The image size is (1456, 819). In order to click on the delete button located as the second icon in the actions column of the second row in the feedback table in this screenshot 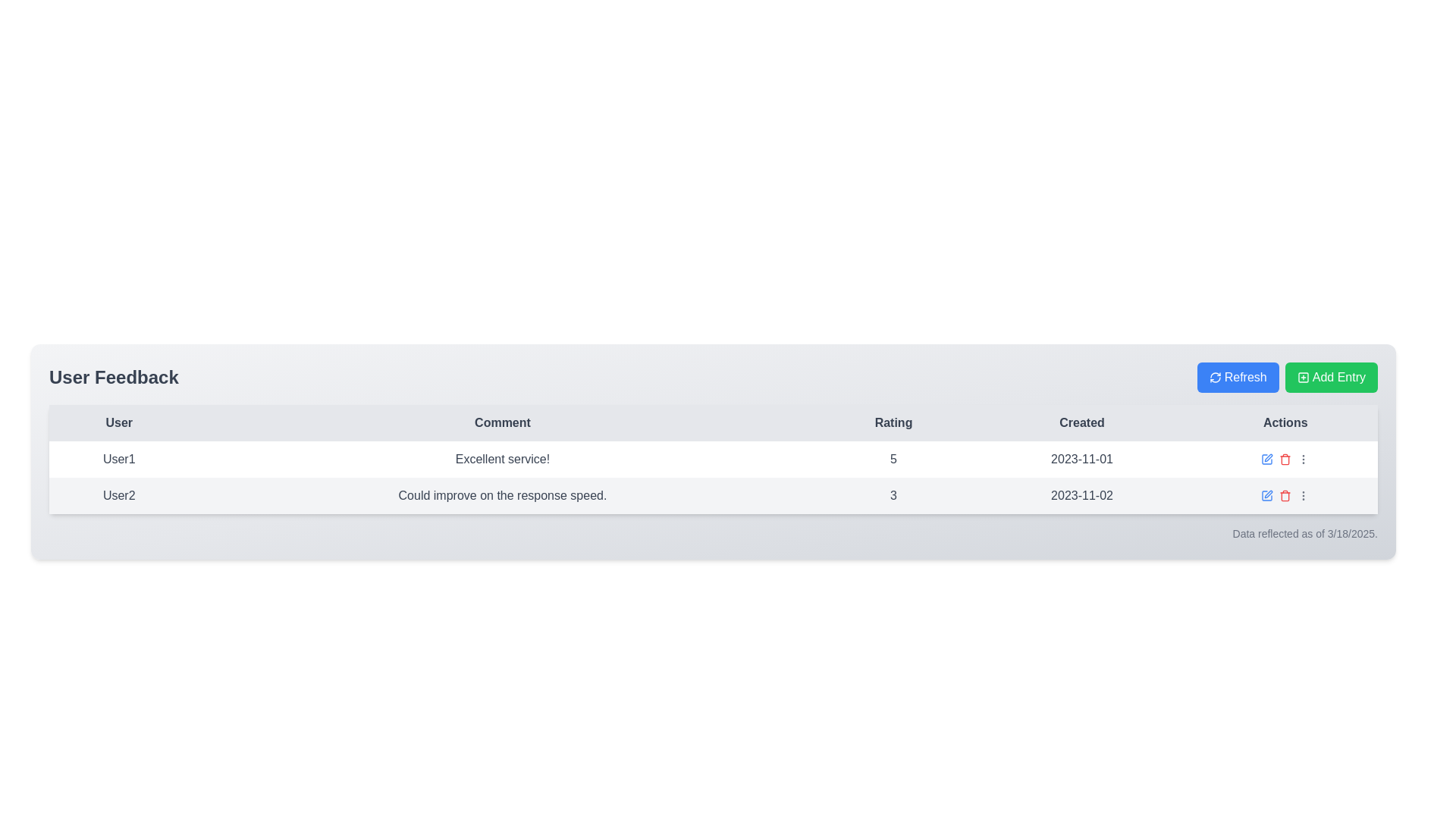, I will do `click(1285, 458)`.